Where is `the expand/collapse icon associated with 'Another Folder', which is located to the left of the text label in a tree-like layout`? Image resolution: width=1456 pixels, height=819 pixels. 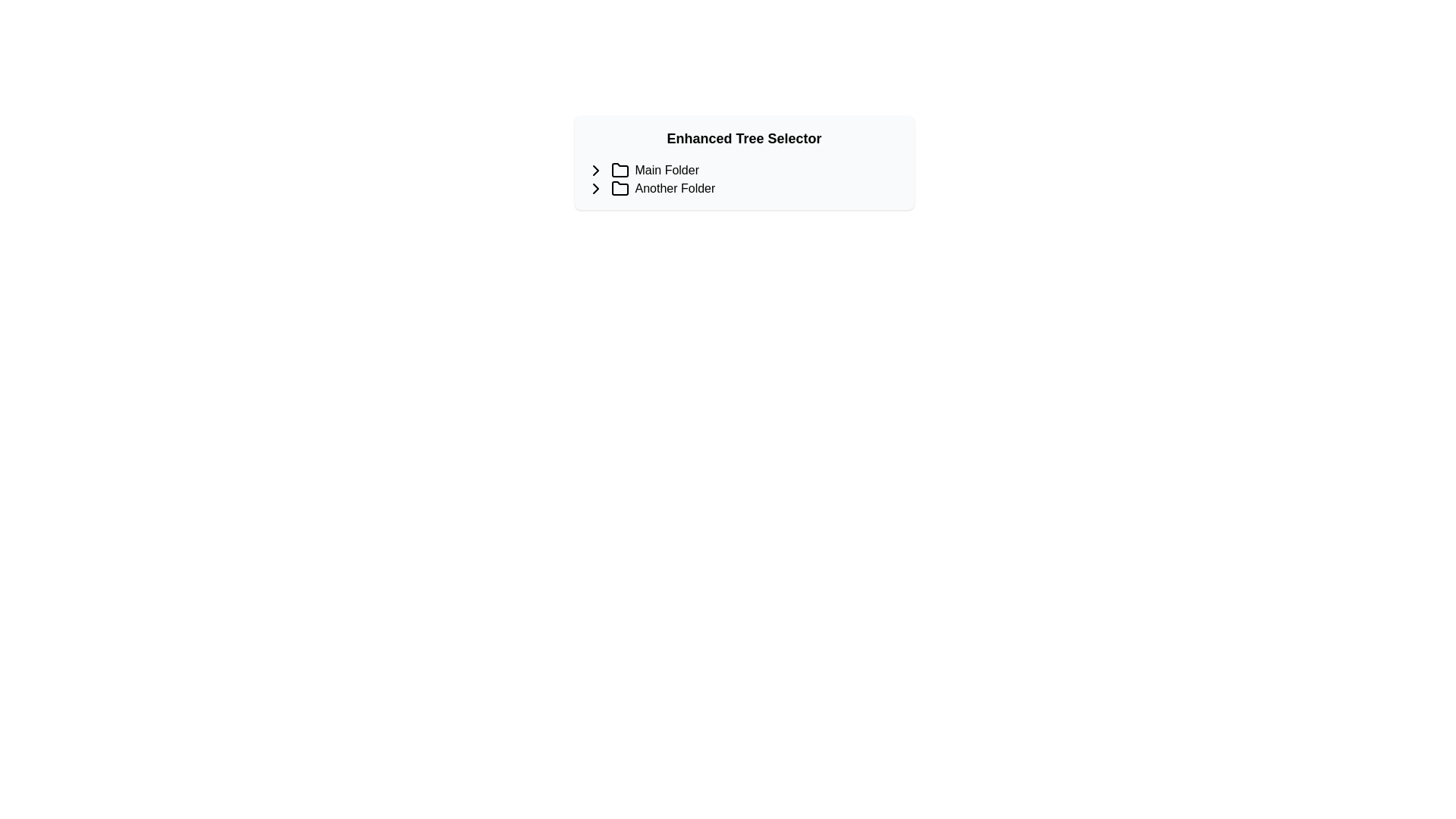 the expand/collapse icon associated with 'Another Folder', which is located to the left of the text label in a tree-like layout is located at coordinates (595, 170).